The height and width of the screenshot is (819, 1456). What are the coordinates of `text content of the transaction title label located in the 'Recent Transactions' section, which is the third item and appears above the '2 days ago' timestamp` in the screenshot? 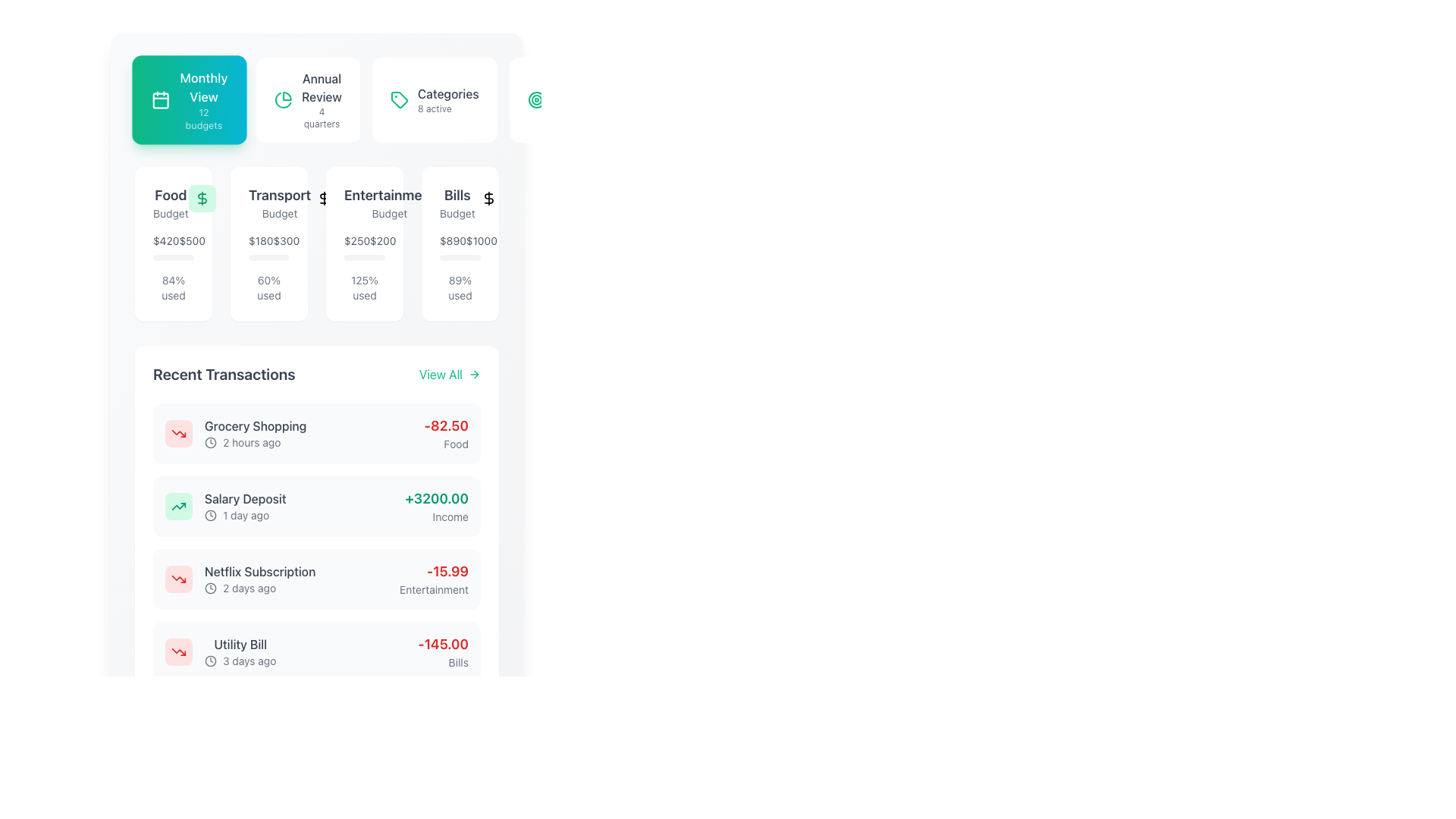 It's located at (260, 571).